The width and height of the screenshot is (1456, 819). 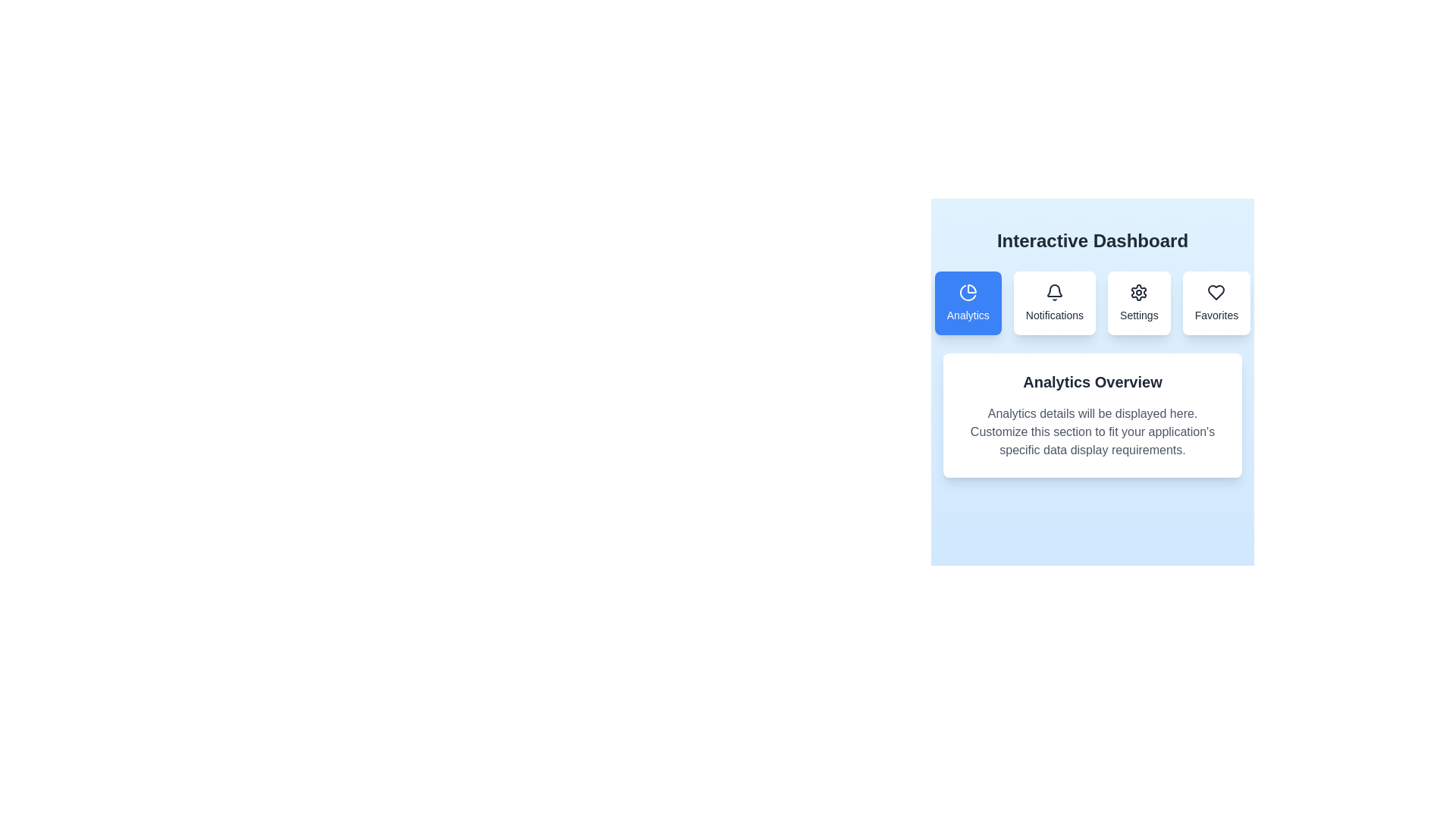 I want to click on the 'Settings' text label, which is styled in gray and positioned under a gear icon, indicating its association with application settings, so click(x=1139, y=315).